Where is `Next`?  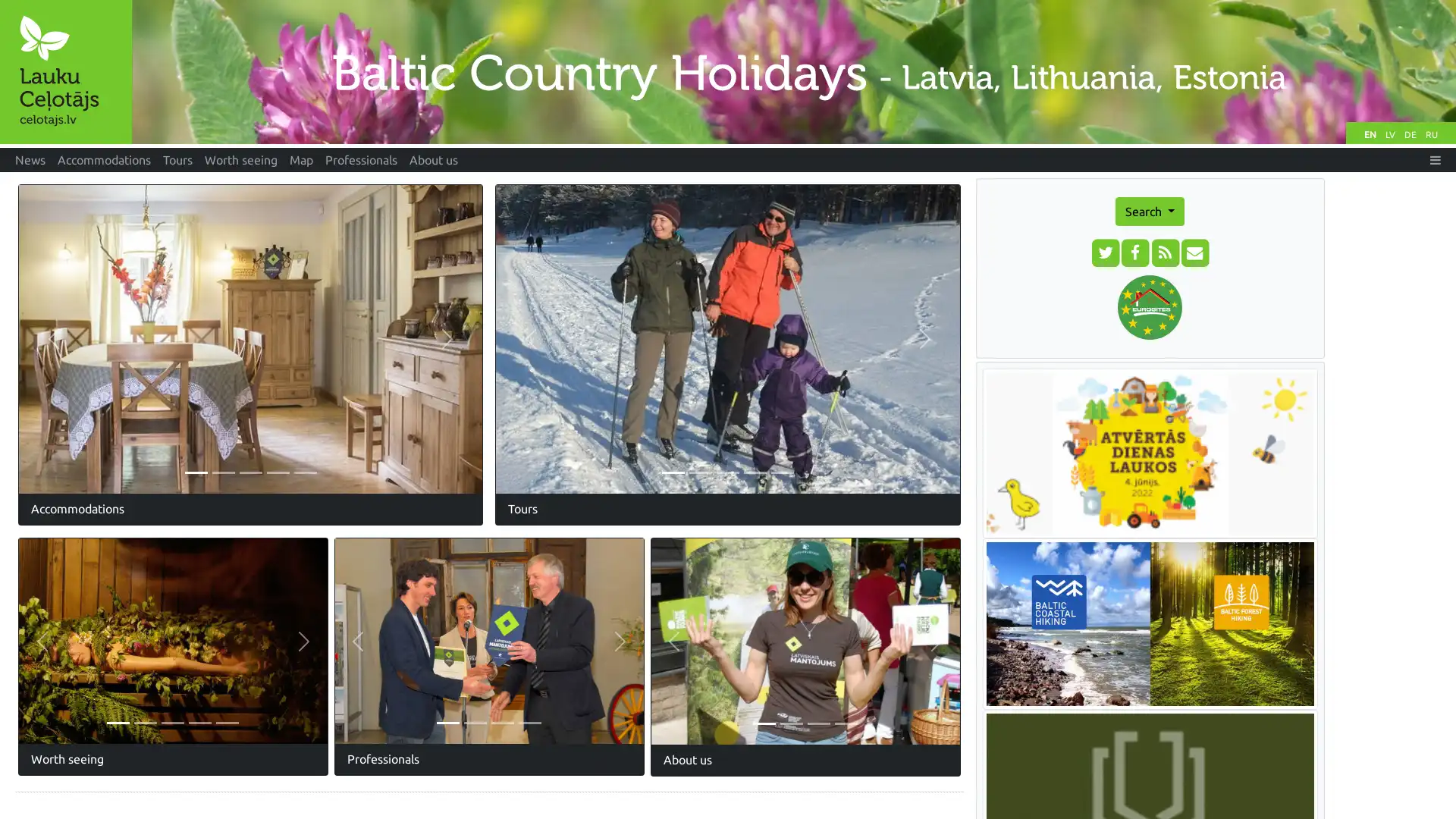 Next is located at coordinates (303, 641).